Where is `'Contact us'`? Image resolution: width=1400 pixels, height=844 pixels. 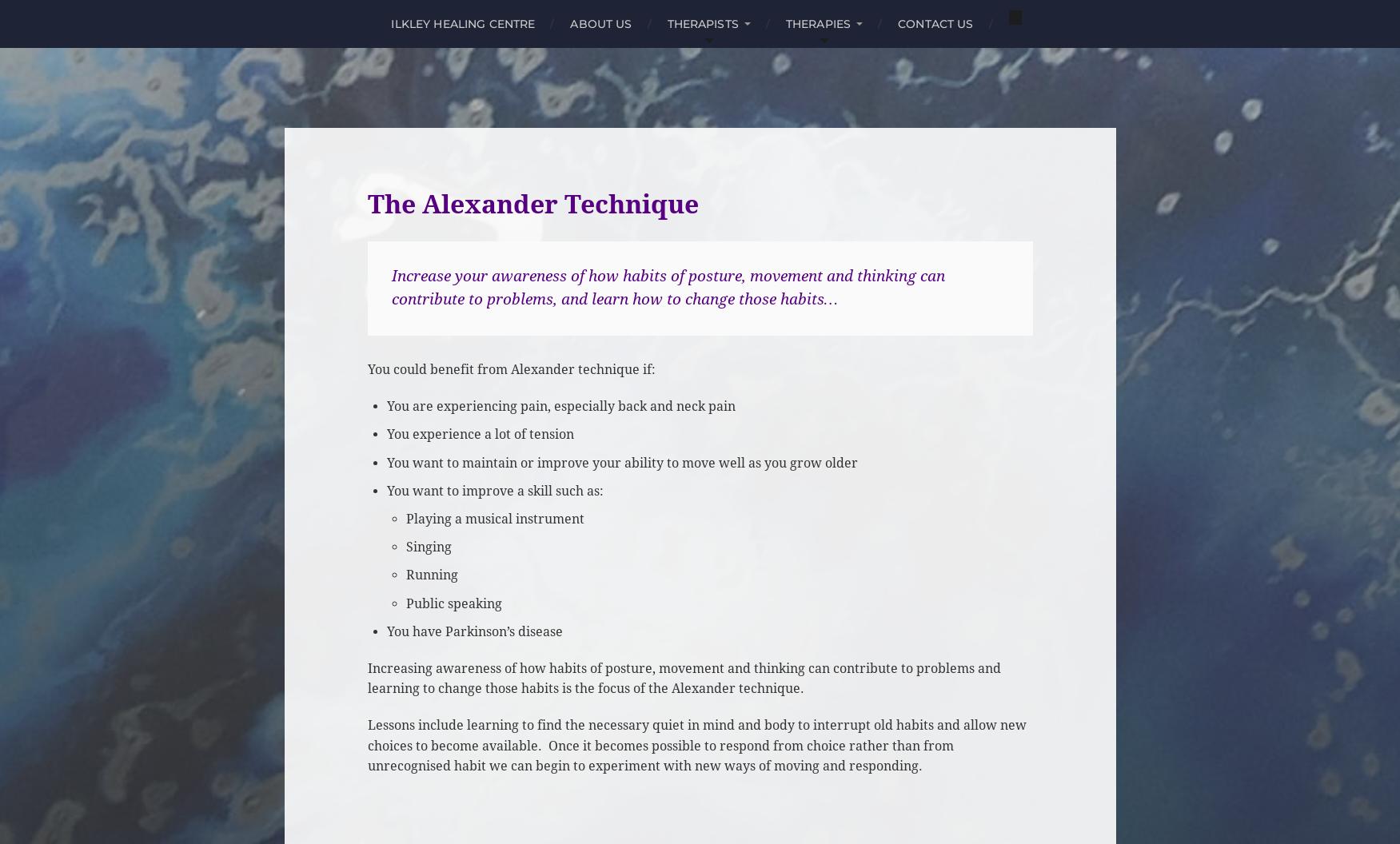
'Contact us' is located at coordinates (935, 23).